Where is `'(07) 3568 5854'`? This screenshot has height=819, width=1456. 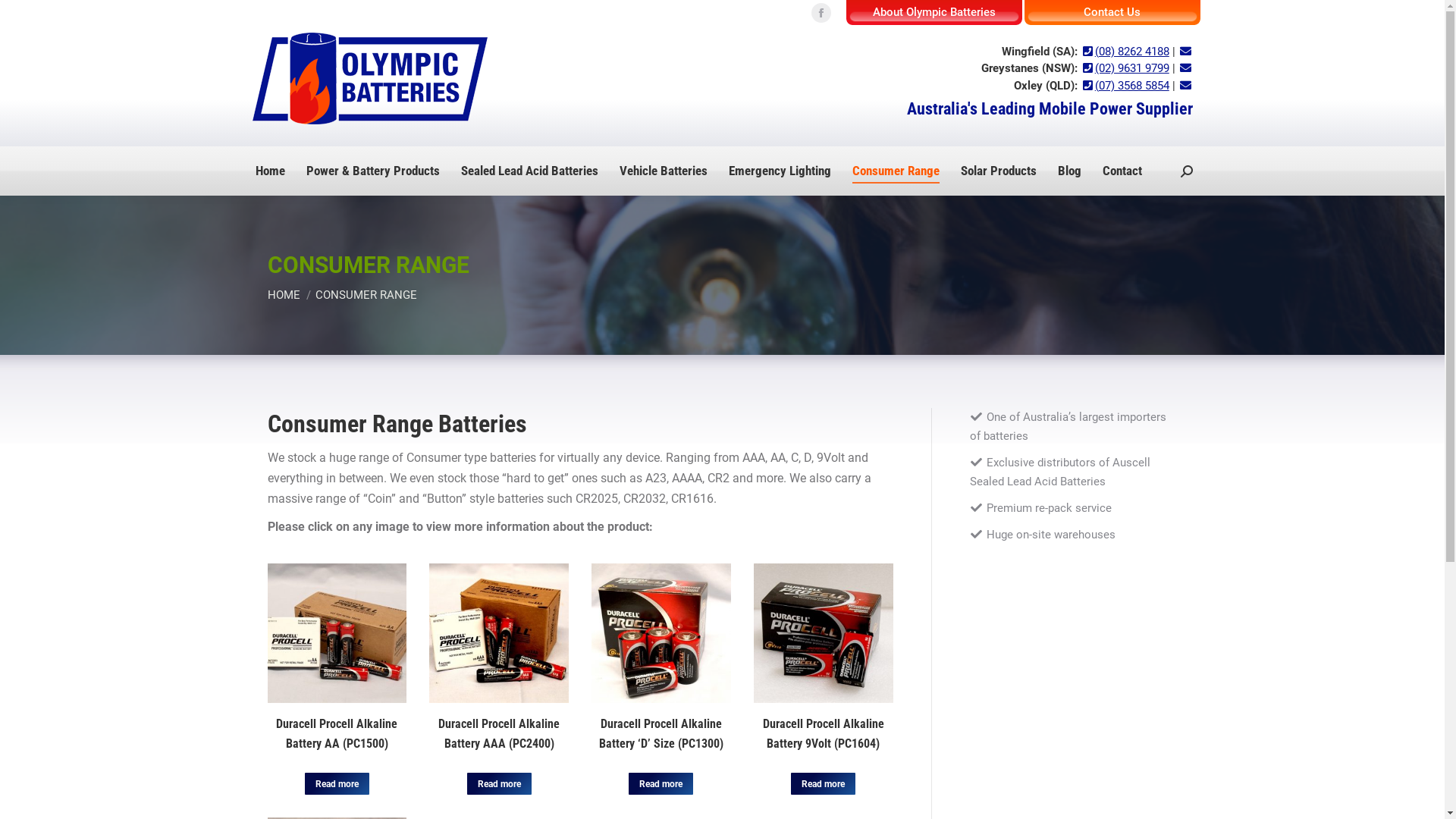
'(07) 3568 5854' is located at coordinates (1125, 85).